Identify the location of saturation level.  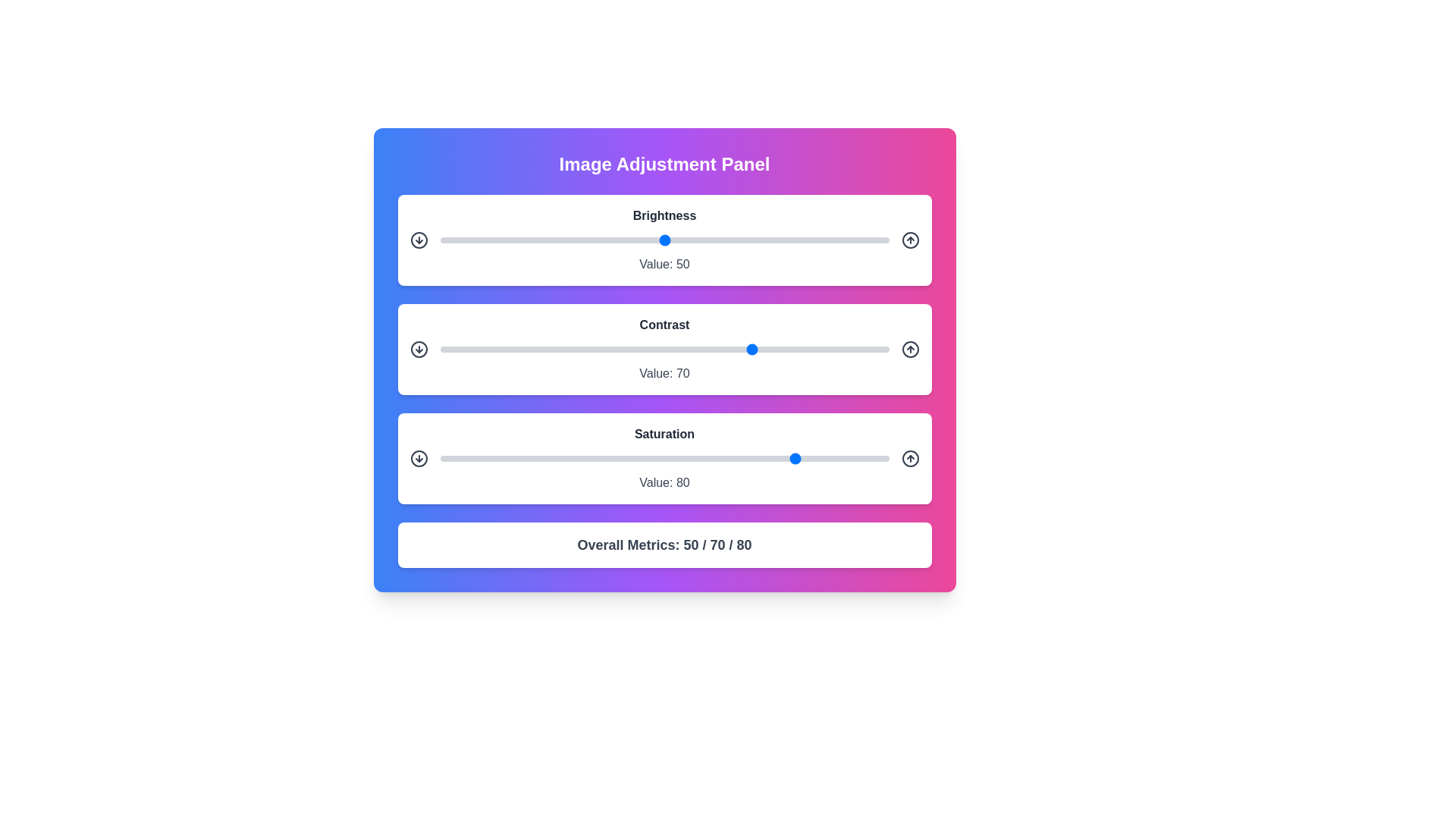
(745, 458).